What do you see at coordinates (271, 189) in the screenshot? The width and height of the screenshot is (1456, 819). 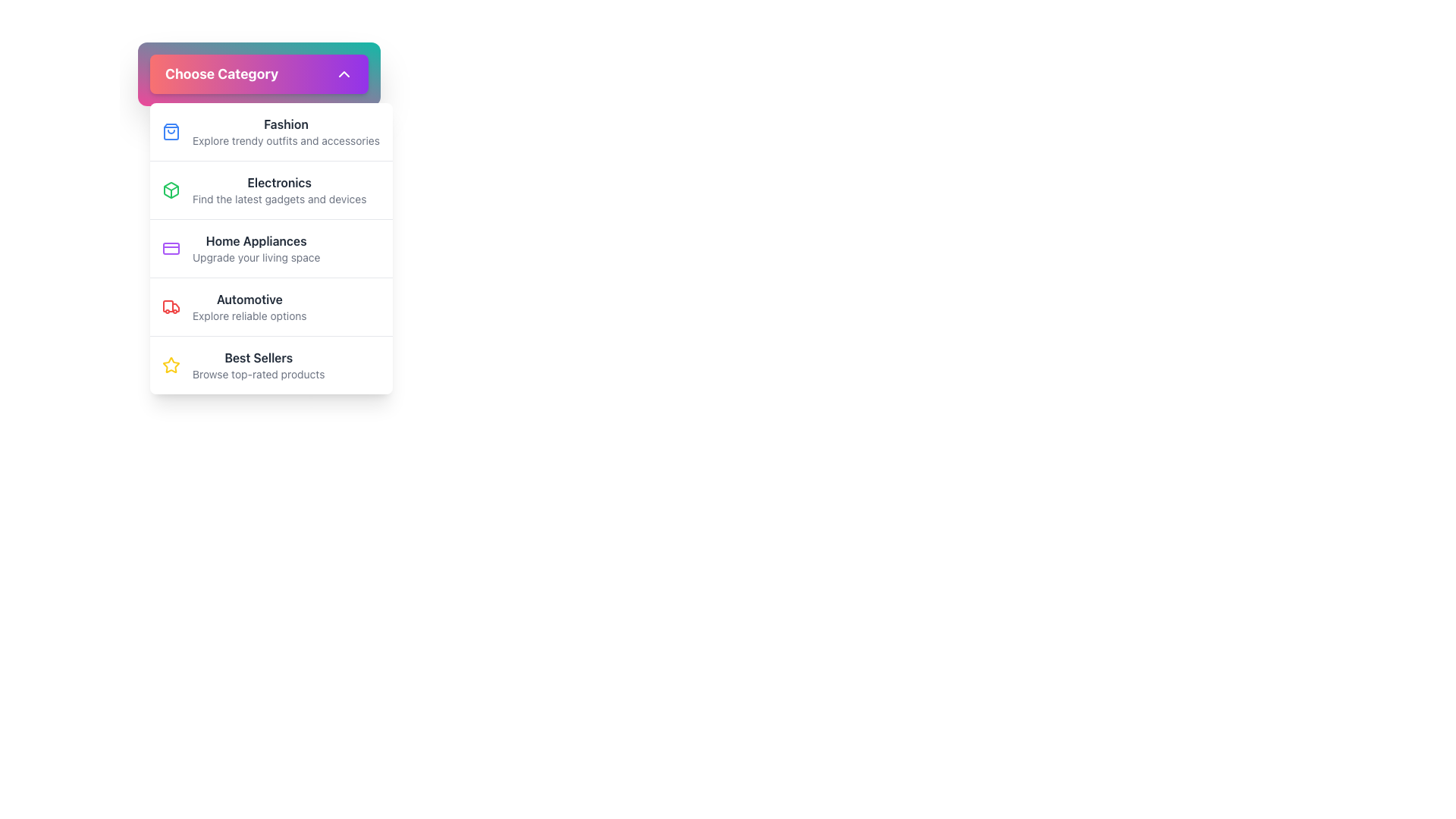 I see `the 'Electronics' category option in the dropdown menu, which is the second item listed below 'Fashion' and above 'Home Appliances'` at bounding box center [271, 189].